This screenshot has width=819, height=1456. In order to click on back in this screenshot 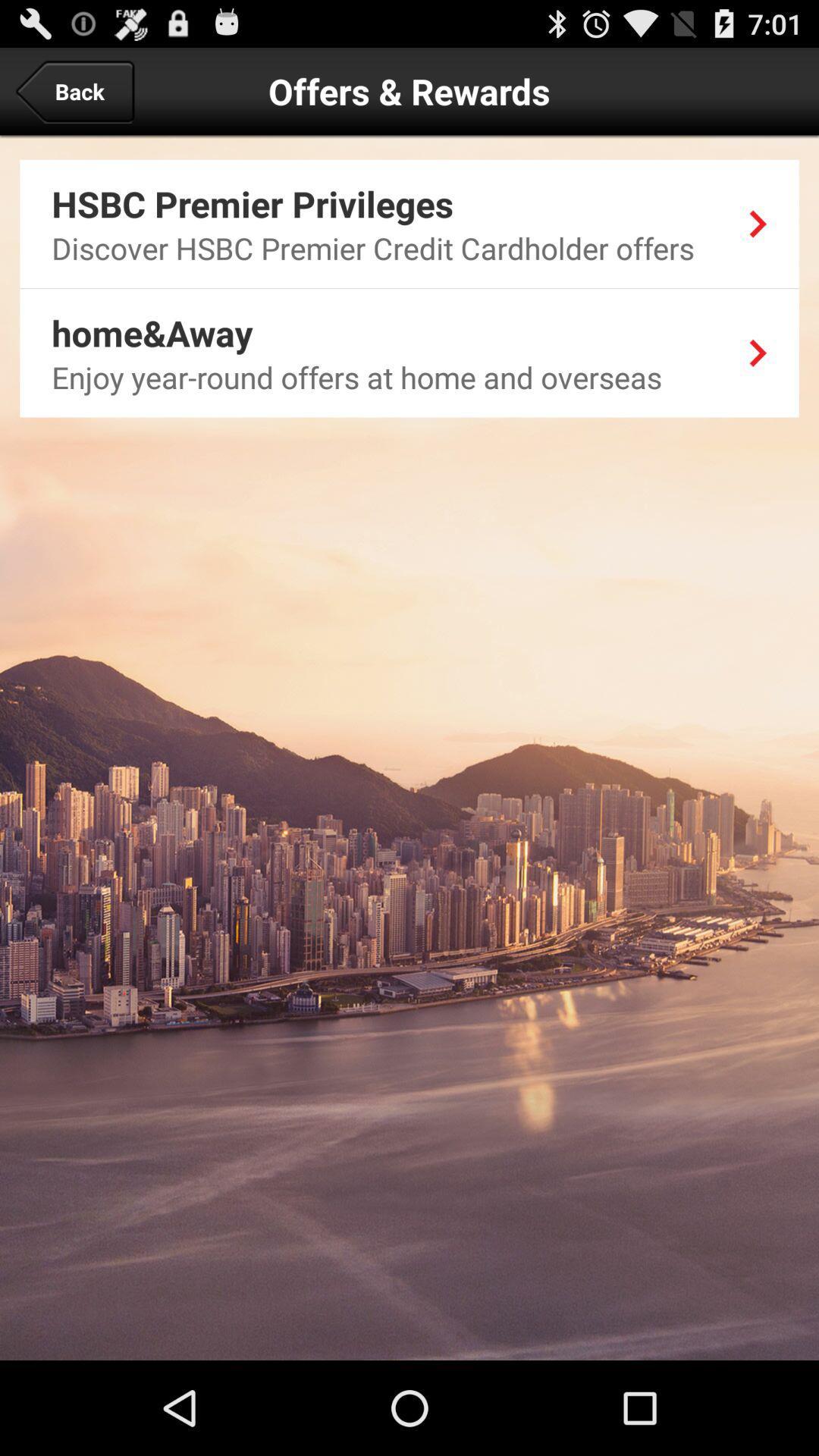, I will do `click(74, 90)`.